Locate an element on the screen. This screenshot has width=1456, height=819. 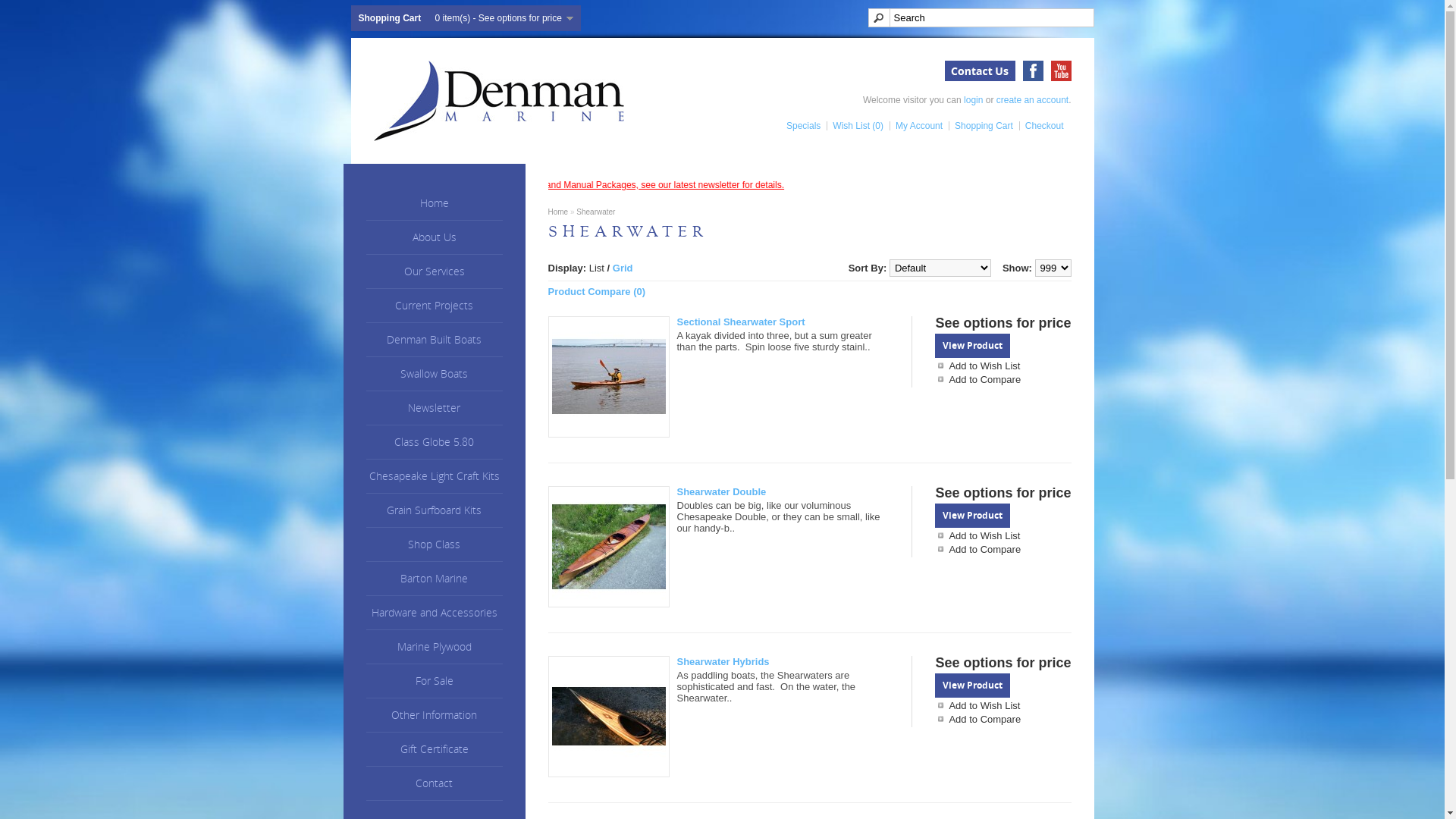
'Hardware and Accessories' is located at coordinates (432, 612).